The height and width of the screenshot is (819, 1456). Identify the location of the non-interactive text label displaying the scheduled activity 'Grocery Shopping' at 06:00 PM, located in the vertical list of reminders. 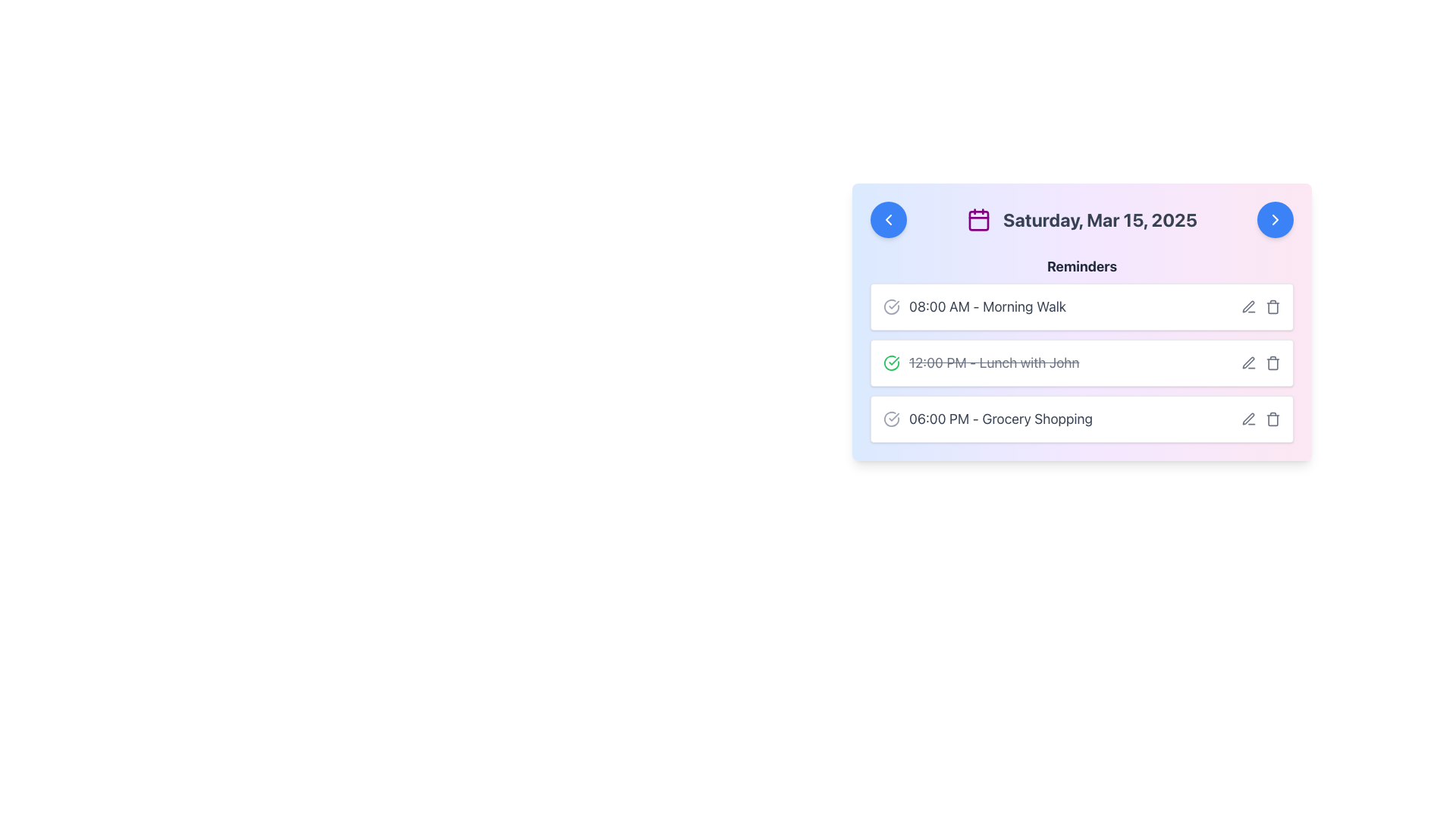
(1001, 419).